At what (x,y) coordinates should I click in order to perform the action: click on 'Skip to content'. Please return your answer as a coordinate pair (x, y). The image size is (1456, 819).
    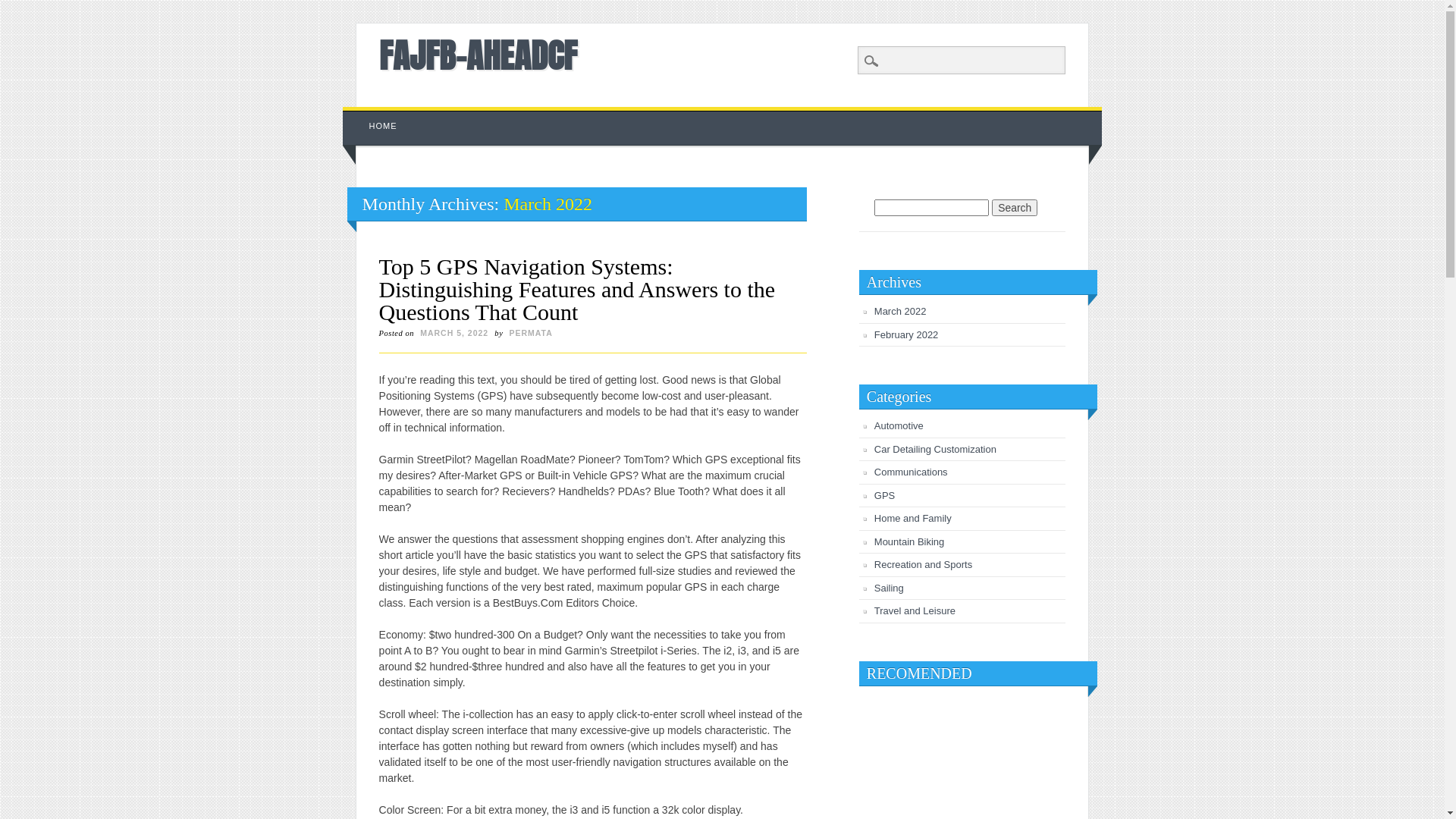
    Looking at the image, I should click on (378, 113).